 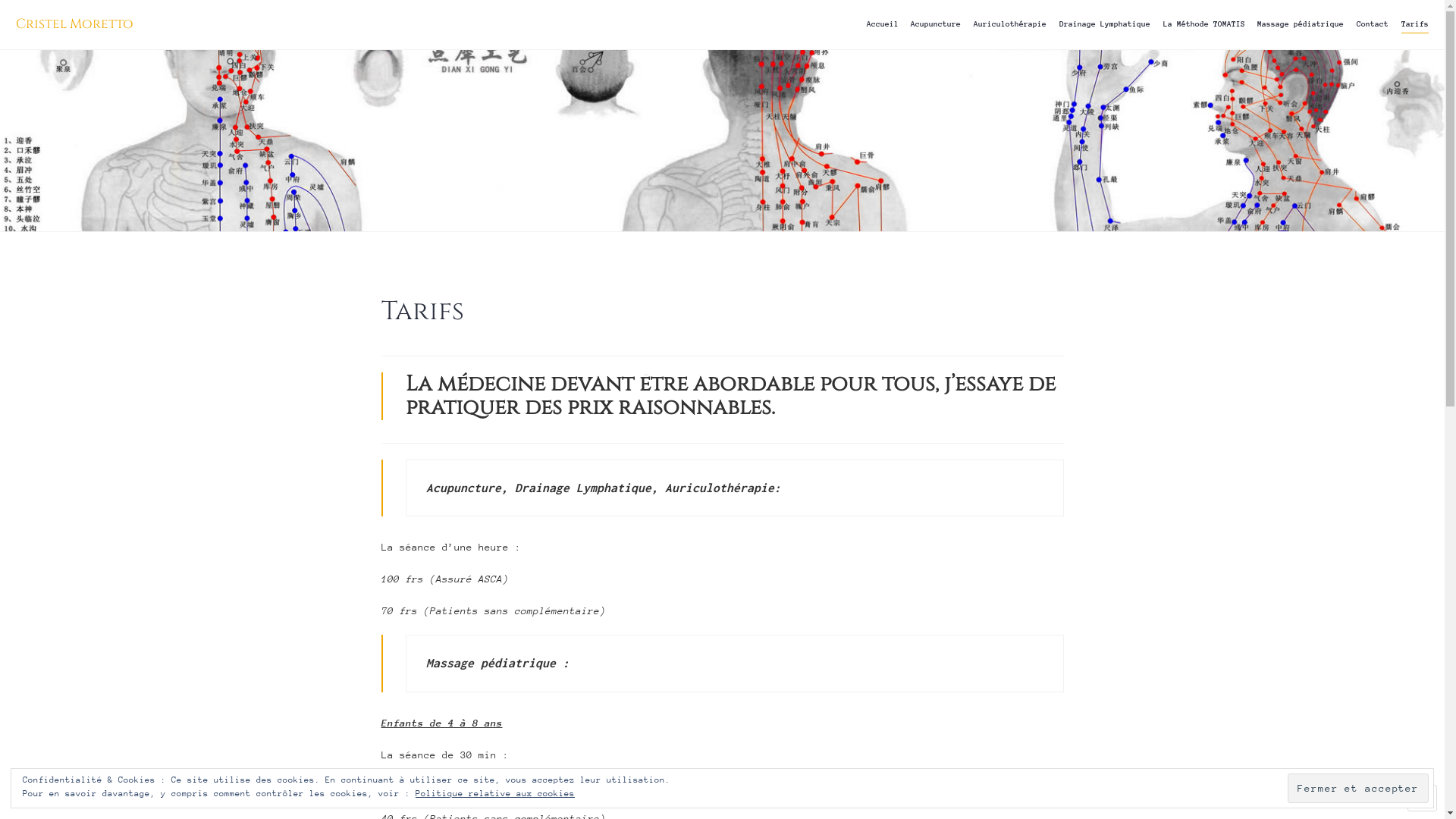 I want to click on 'Contact', so click(x=1372, y=24).